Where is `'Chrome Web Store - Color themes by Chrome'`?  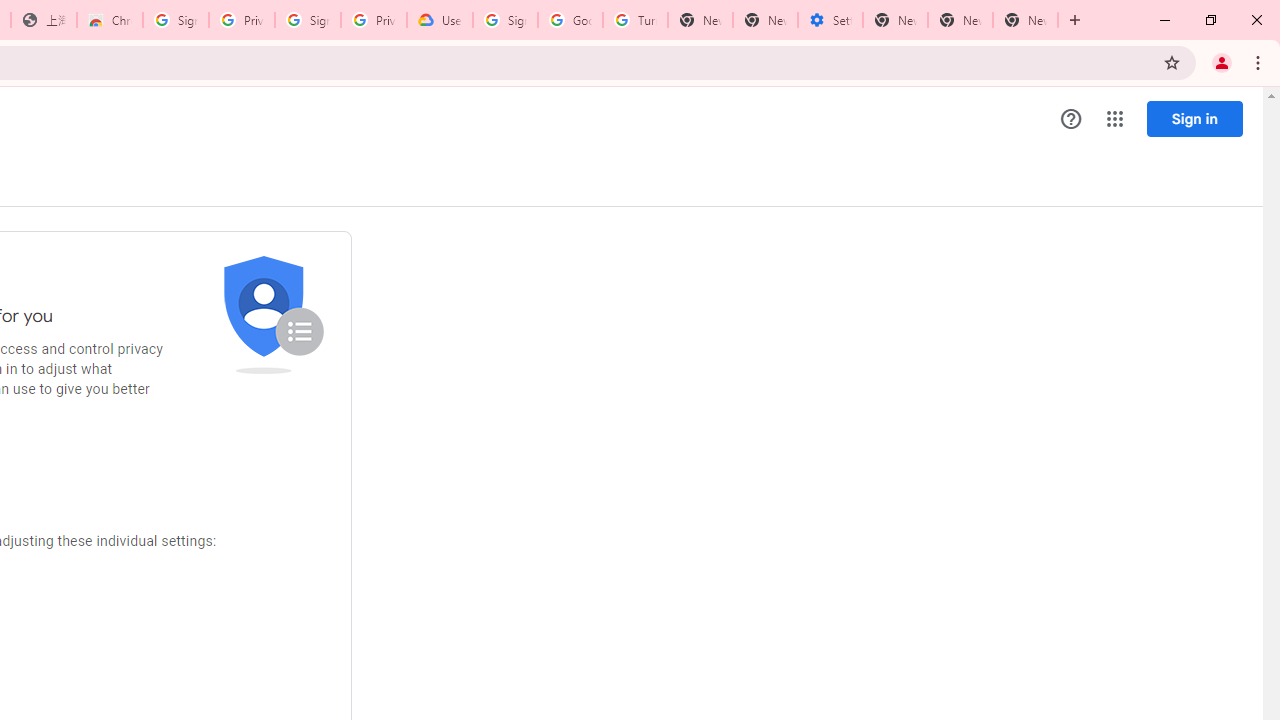 'Chrome Web Store - Color themes by Chrome' is located at coordinates (109, 20).